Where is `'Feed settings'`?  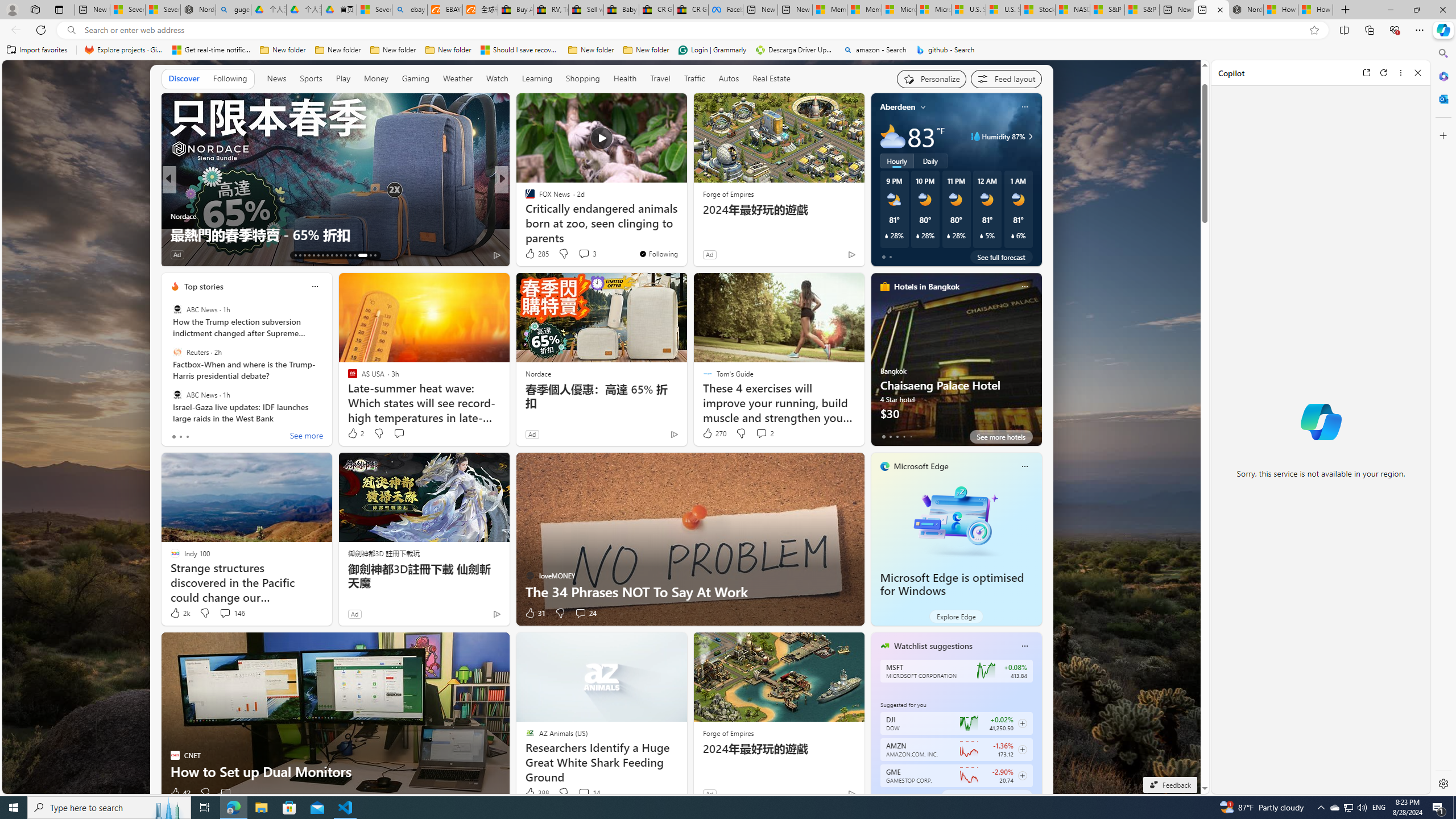 'Feed settings' is located at coordinates (1006, 78).